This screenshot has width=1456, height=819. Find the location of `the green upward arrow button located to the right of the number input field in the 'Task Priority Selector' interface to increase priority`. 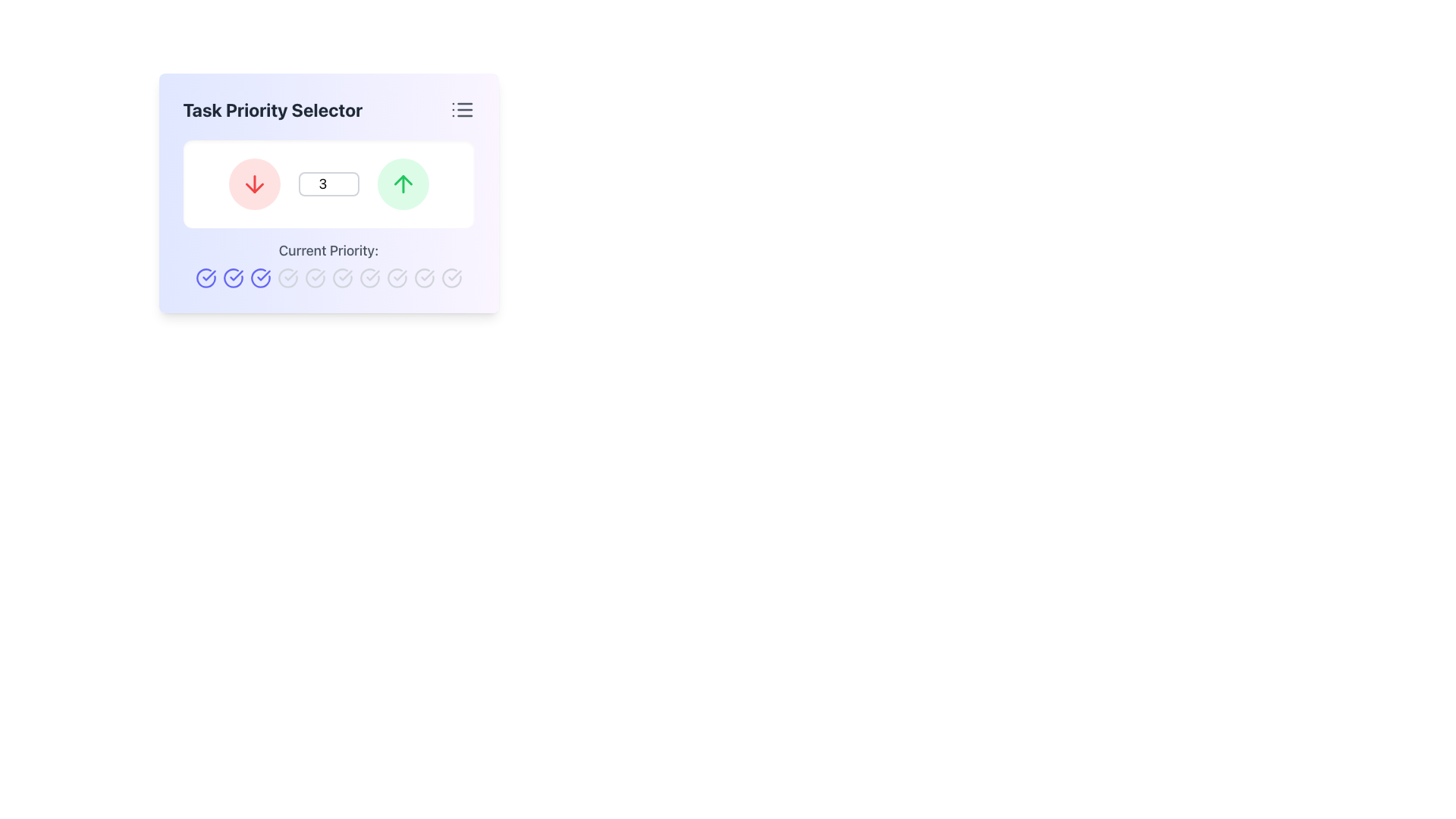

the green upward arrow button located to the right of the number input field in the 'Task Priority Selector' interface to increase priority is located at coordinates (403, 184).